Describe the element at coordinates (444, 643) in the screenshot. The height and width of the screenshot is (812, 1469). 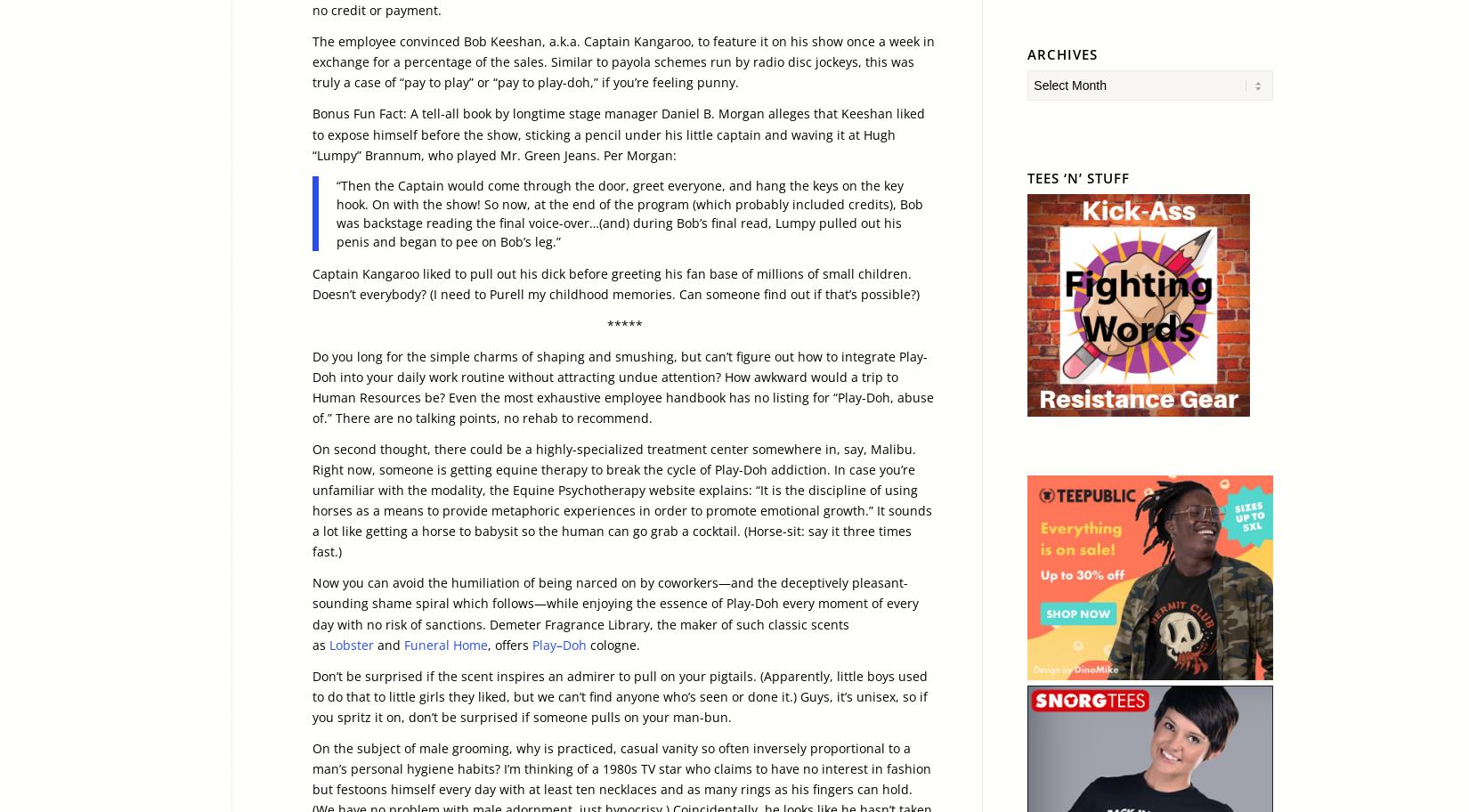
I see `'Funeral Home'` at that location.